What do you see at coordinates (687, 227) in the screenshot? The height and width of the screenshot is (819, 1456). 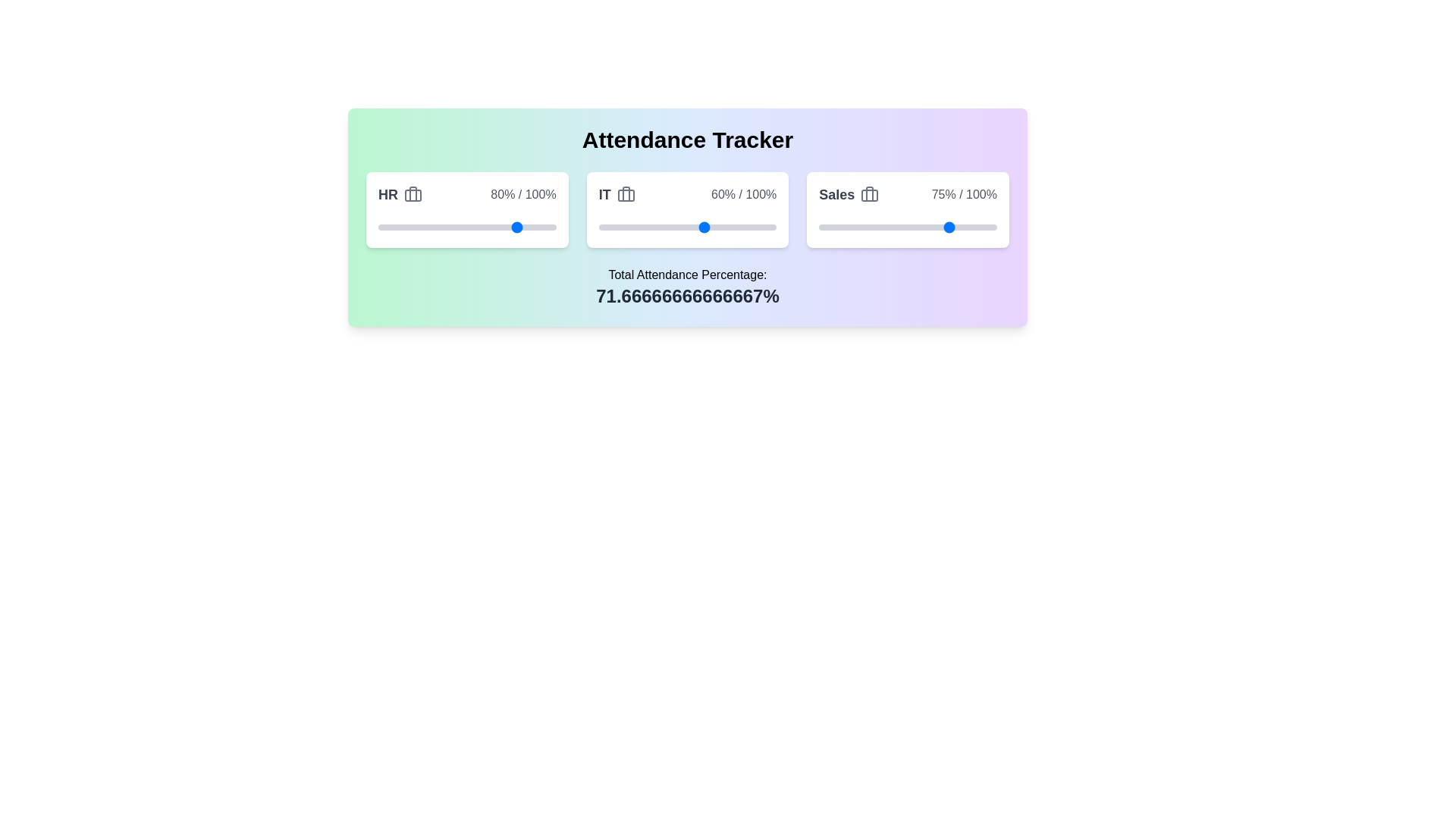 I see `the horizontal range slider with a rounded blue knob positioned beneath the text 'IT 60% / 100%'` at bounding box center [687, 227].